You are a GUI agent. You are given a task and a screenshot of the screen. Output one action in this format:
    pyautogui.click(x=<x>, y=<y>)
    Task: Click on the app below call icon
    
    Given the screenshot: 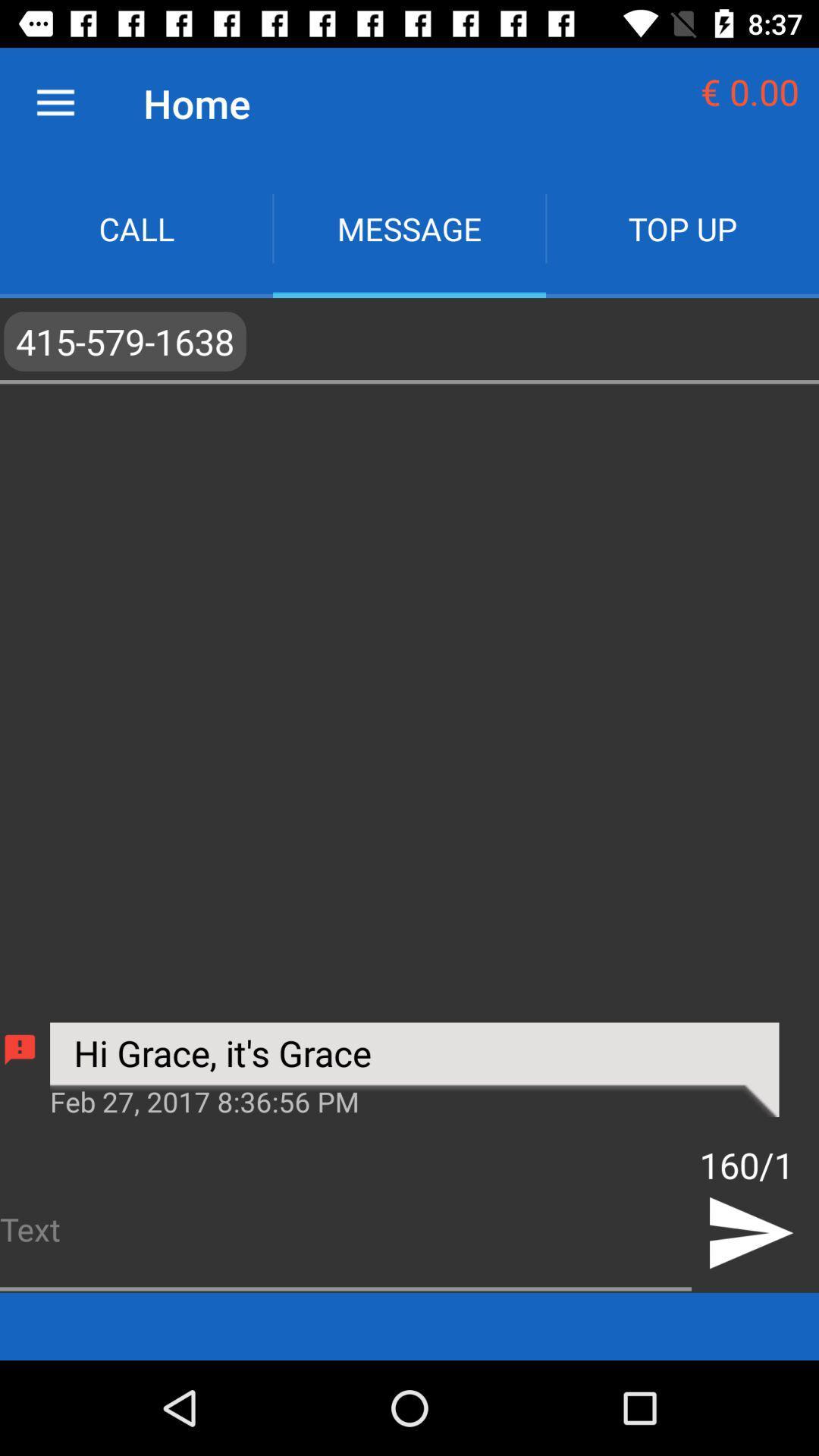 What is the action you would take?
    pyautogui.click(x=409, y=340)
    